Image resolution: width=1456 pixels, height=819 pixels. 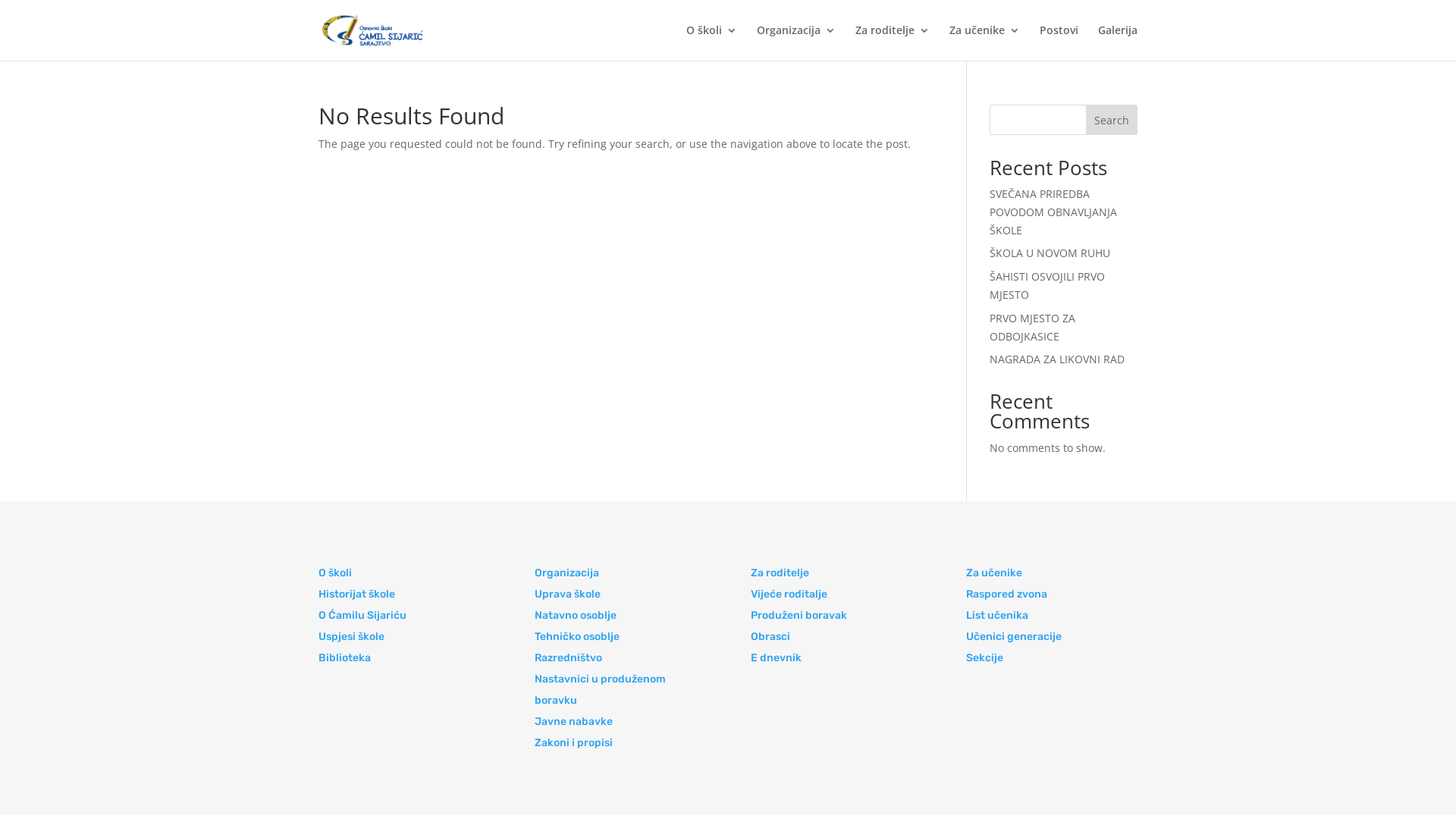 I want to click on 'Postovi', so click(x=1058, y=42).